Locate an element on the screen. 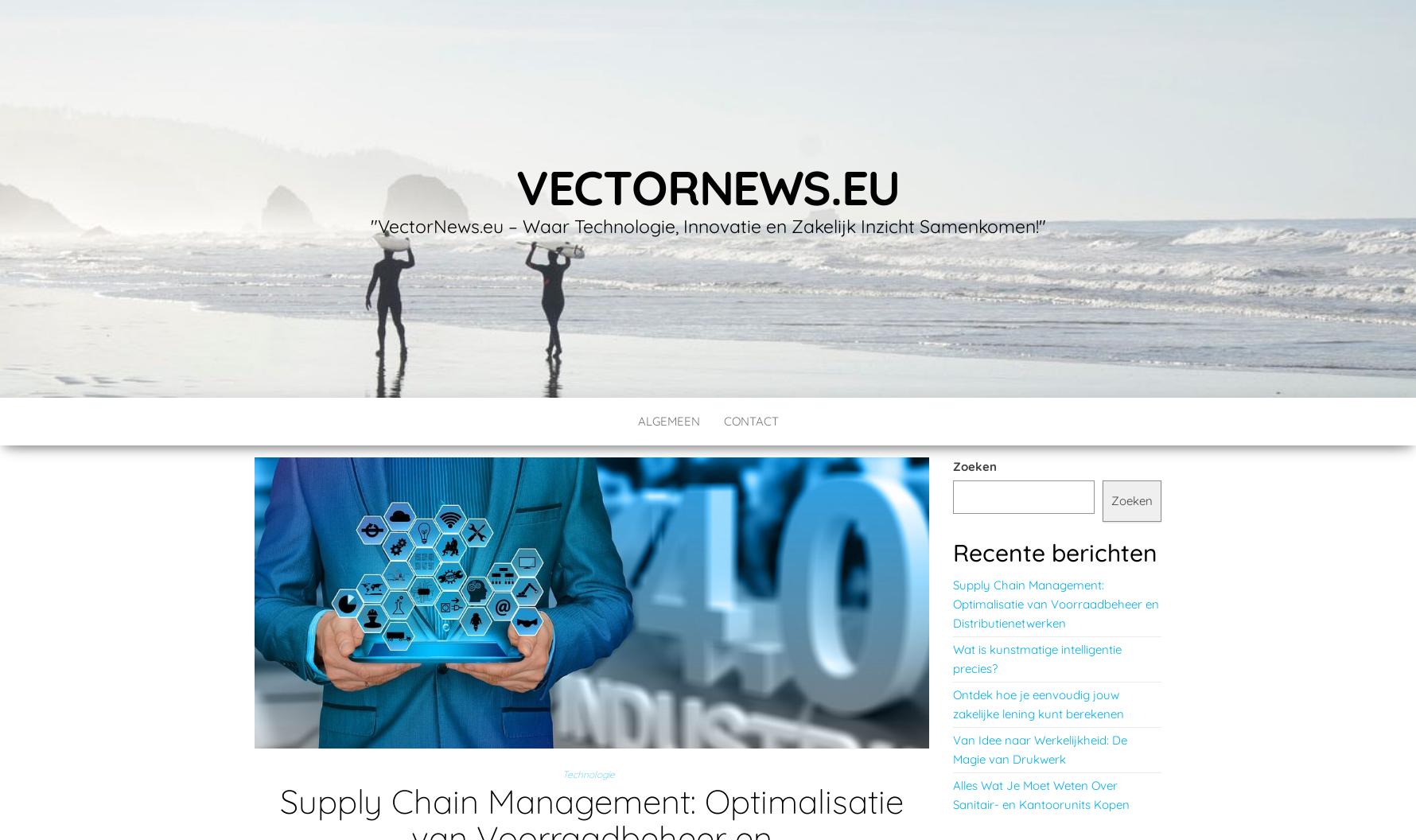 This screenshot has height=840, width=1416. 'contact' is located at coordinates (750, 421).